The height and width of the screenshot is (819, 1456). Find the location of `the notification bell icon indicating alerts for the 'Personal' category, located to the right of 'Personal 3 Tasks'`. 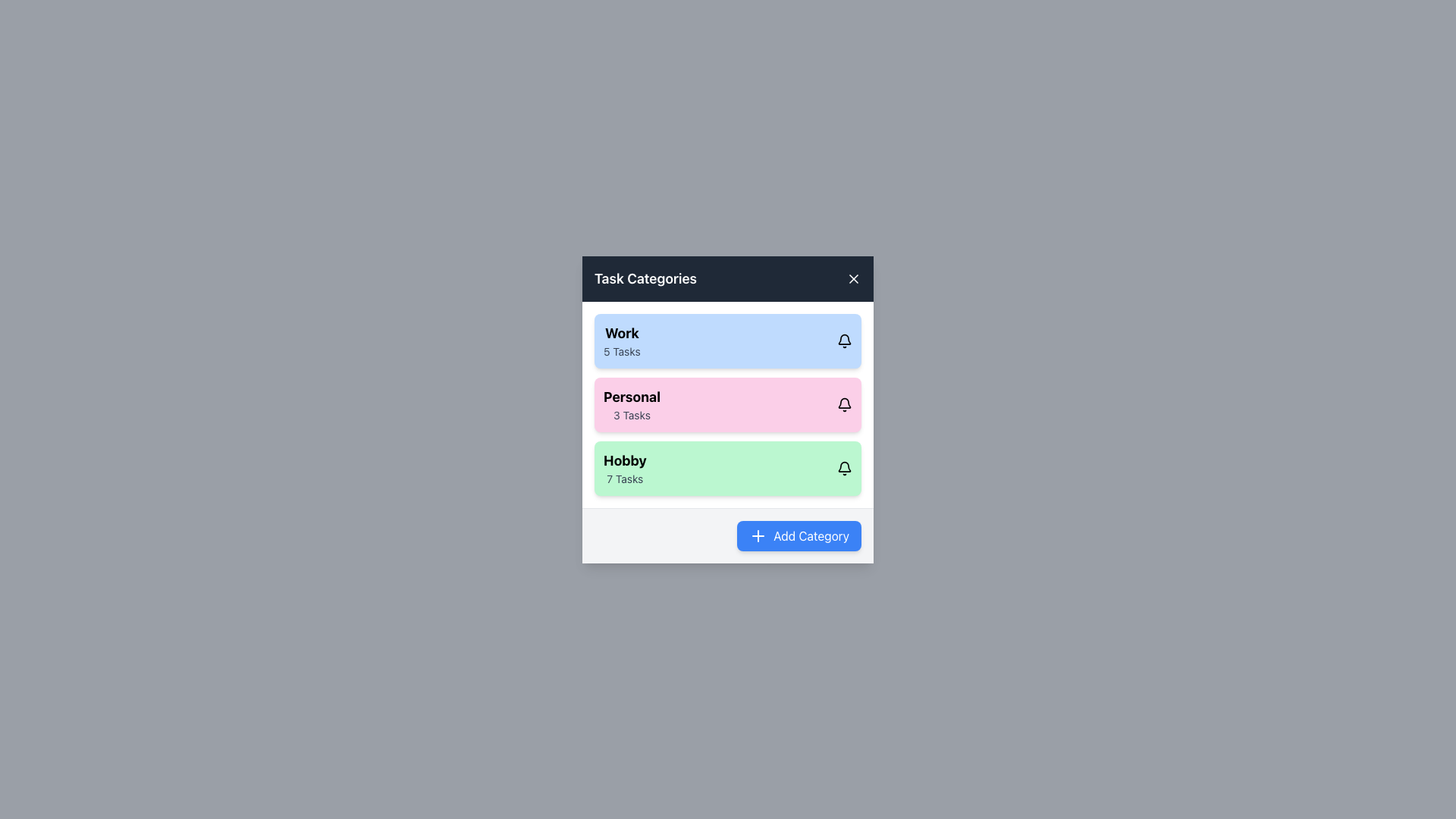

the notification bell icon indicating alerts for the 'Personal' category, located to the right of 'Personal 3 Tasks' is located at coordinates (843, 403).